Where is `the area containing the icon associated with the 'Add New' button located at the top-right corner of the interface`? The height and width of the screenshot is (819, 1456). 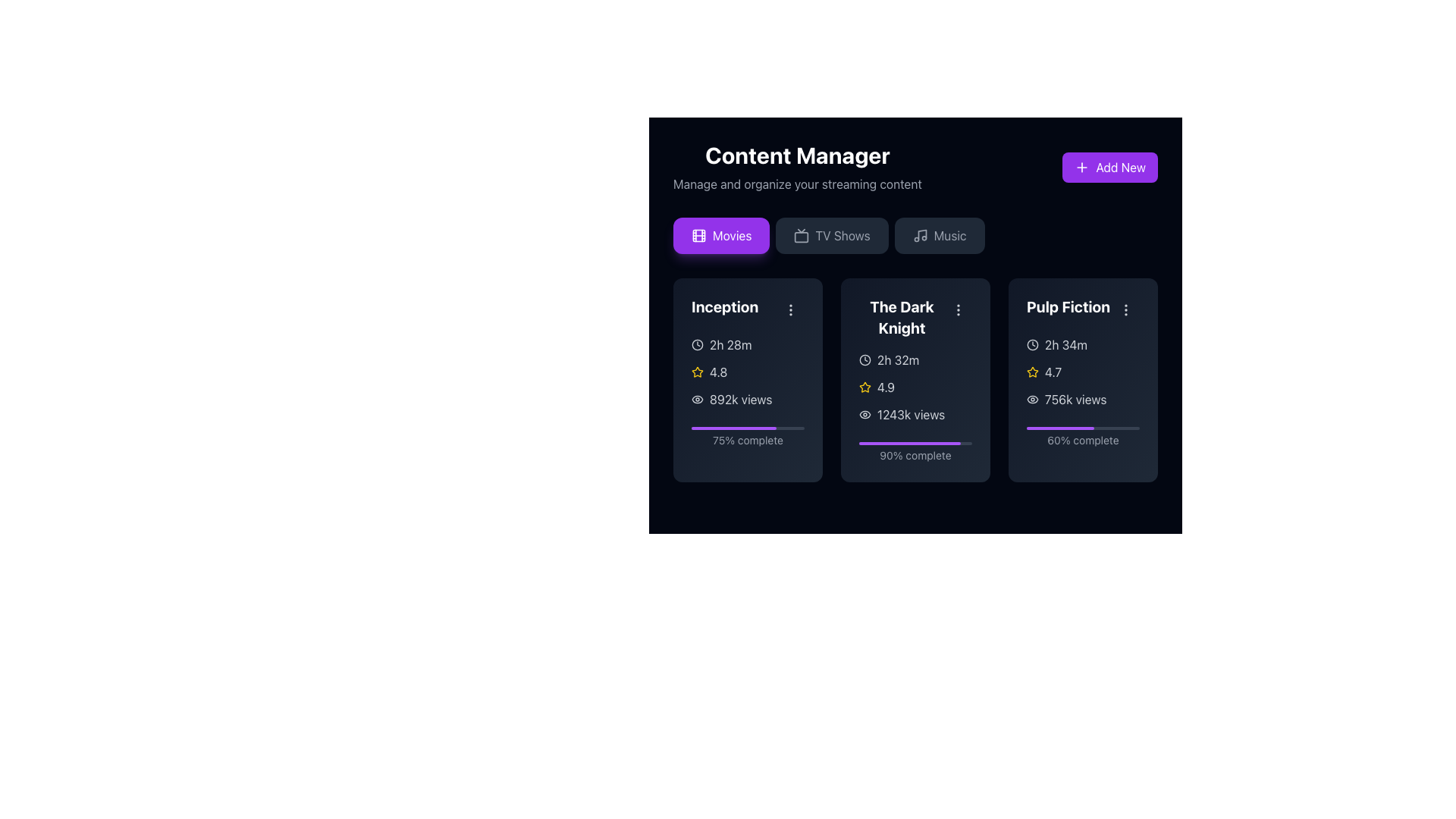
the area containing the icon associated with the 'Add New' button located at the top-right corner of the interface is located at coordinates (1081, 167).